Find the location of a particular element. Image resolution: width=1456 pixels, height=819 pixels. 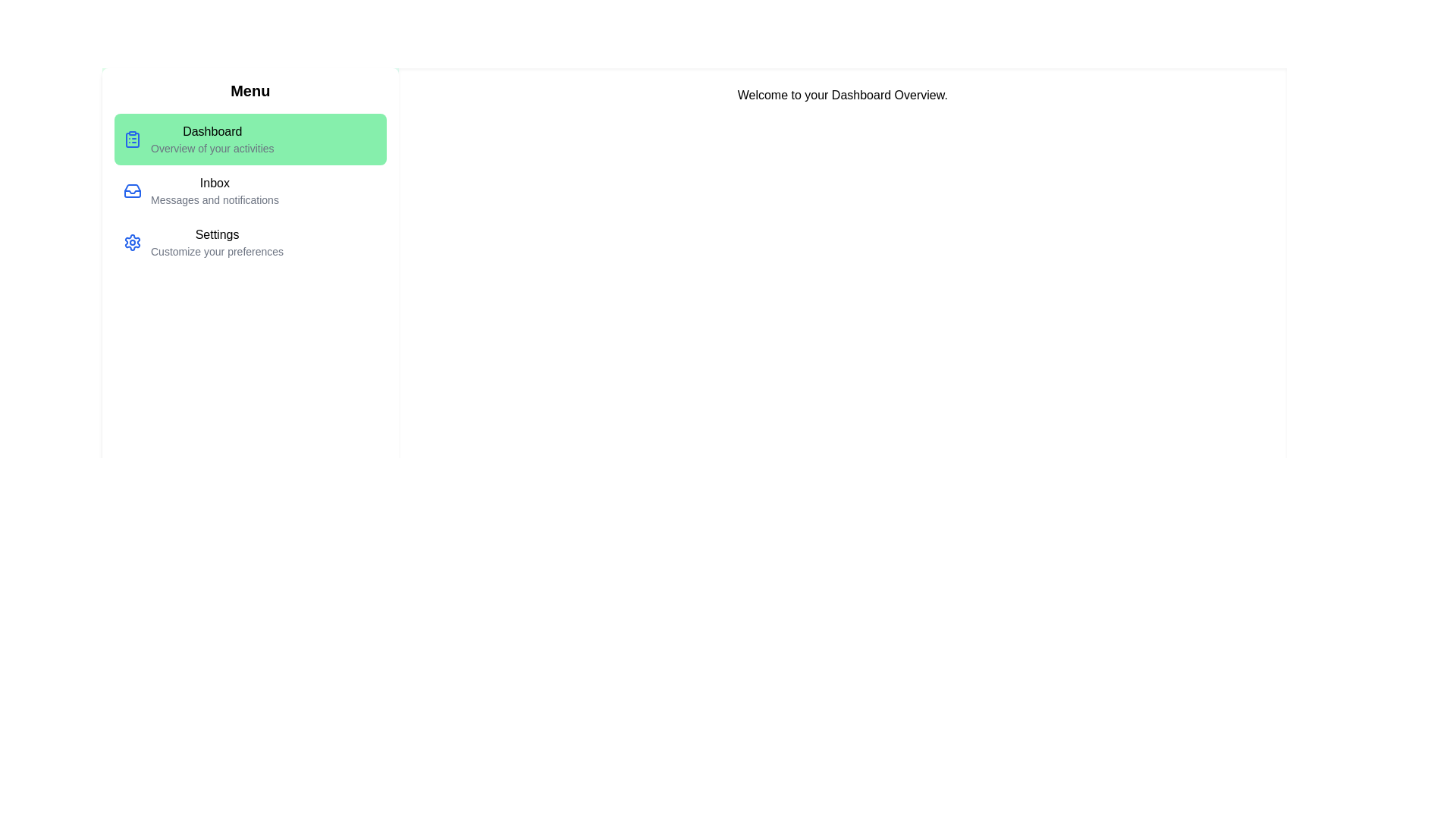

the menu item Inbox to navigate to the corresponding section is located at coordinates (250, 190).